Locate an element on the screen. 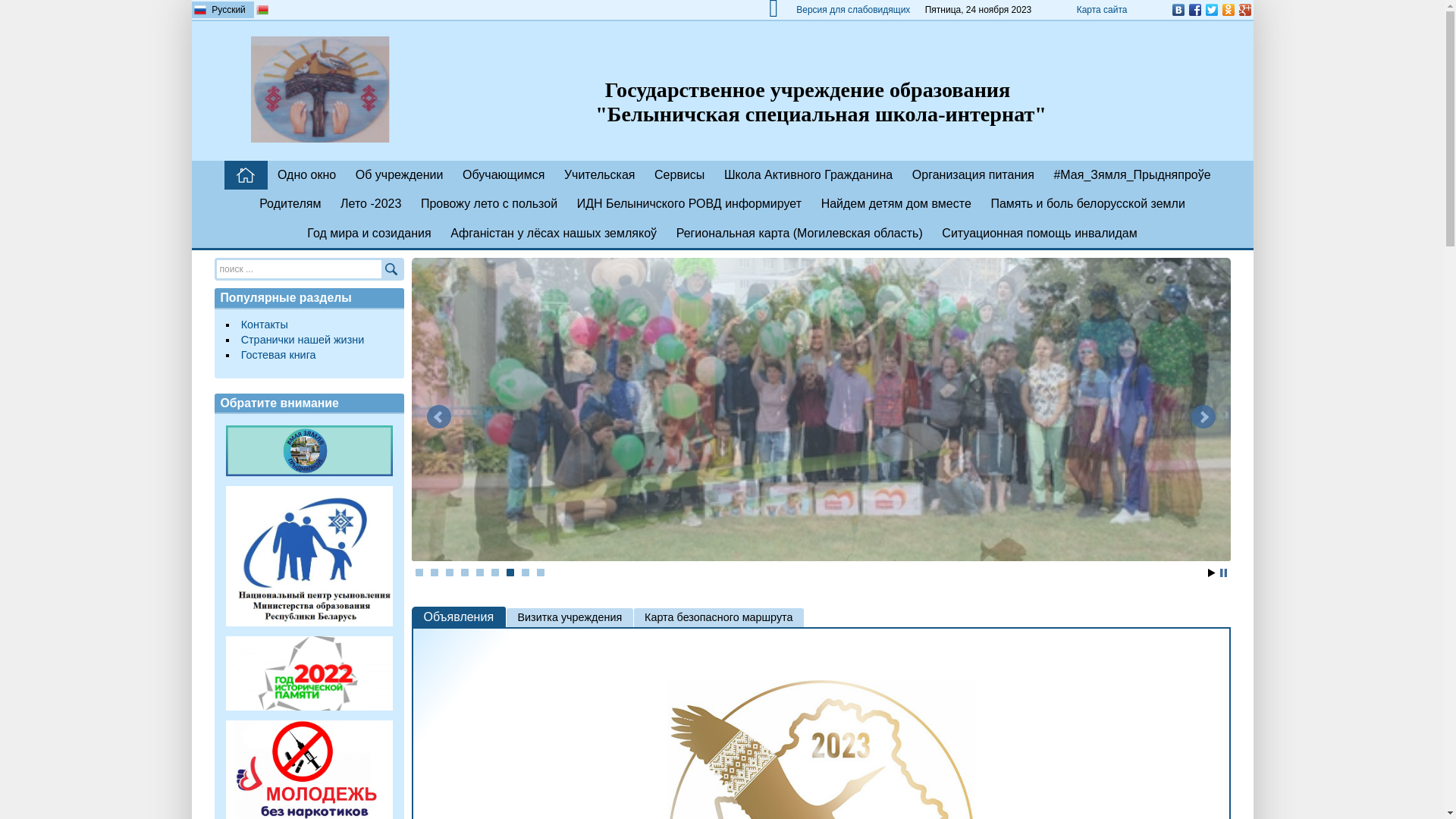 The width and height of the screenshot is (1456, 819). 'Twitter' is located at coordinates (1210, 9).